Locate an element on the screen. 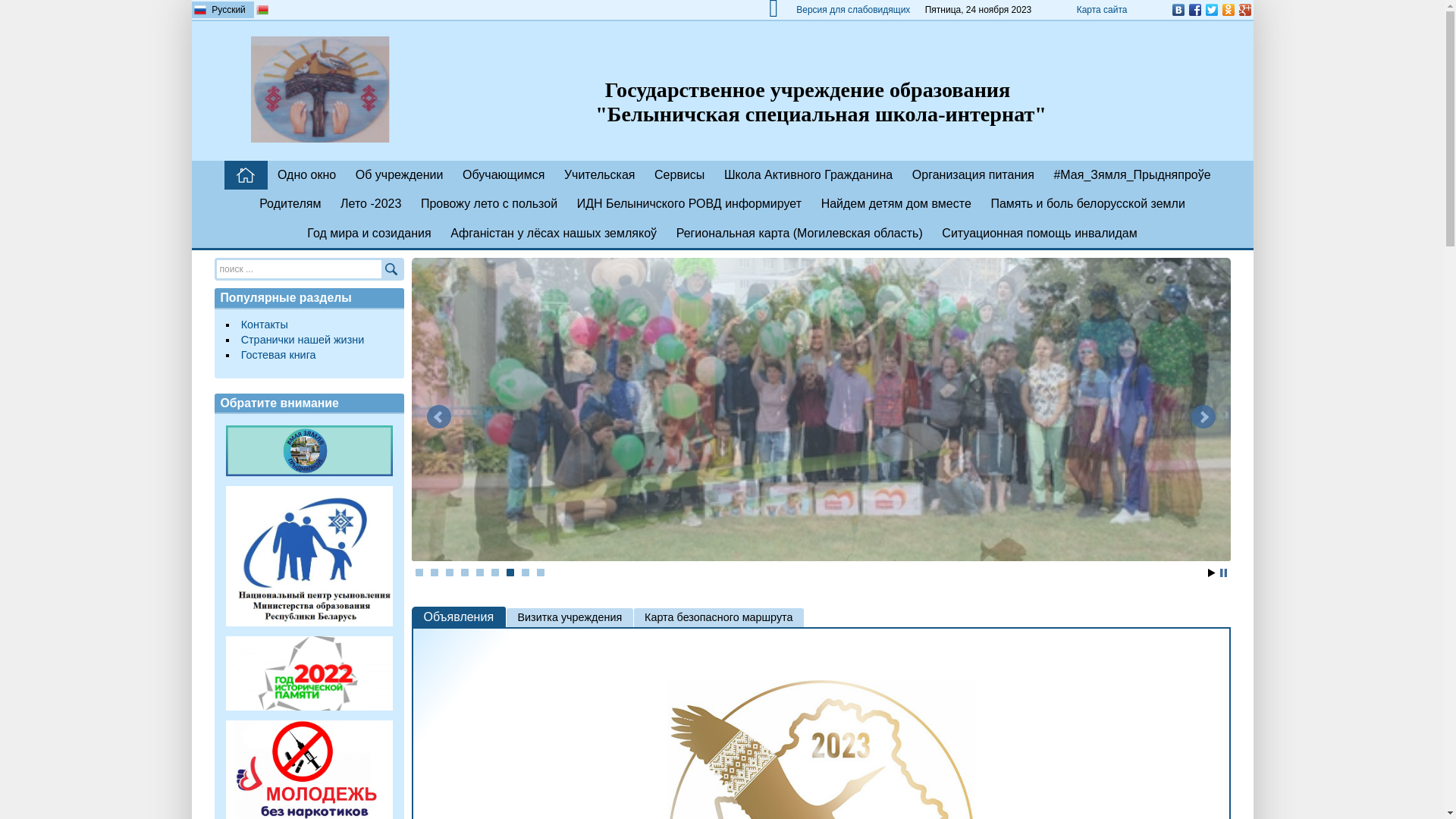 The width and height of the screenshot is (1456, 819). 'Twitter' is located at coordinates (1210, 9).